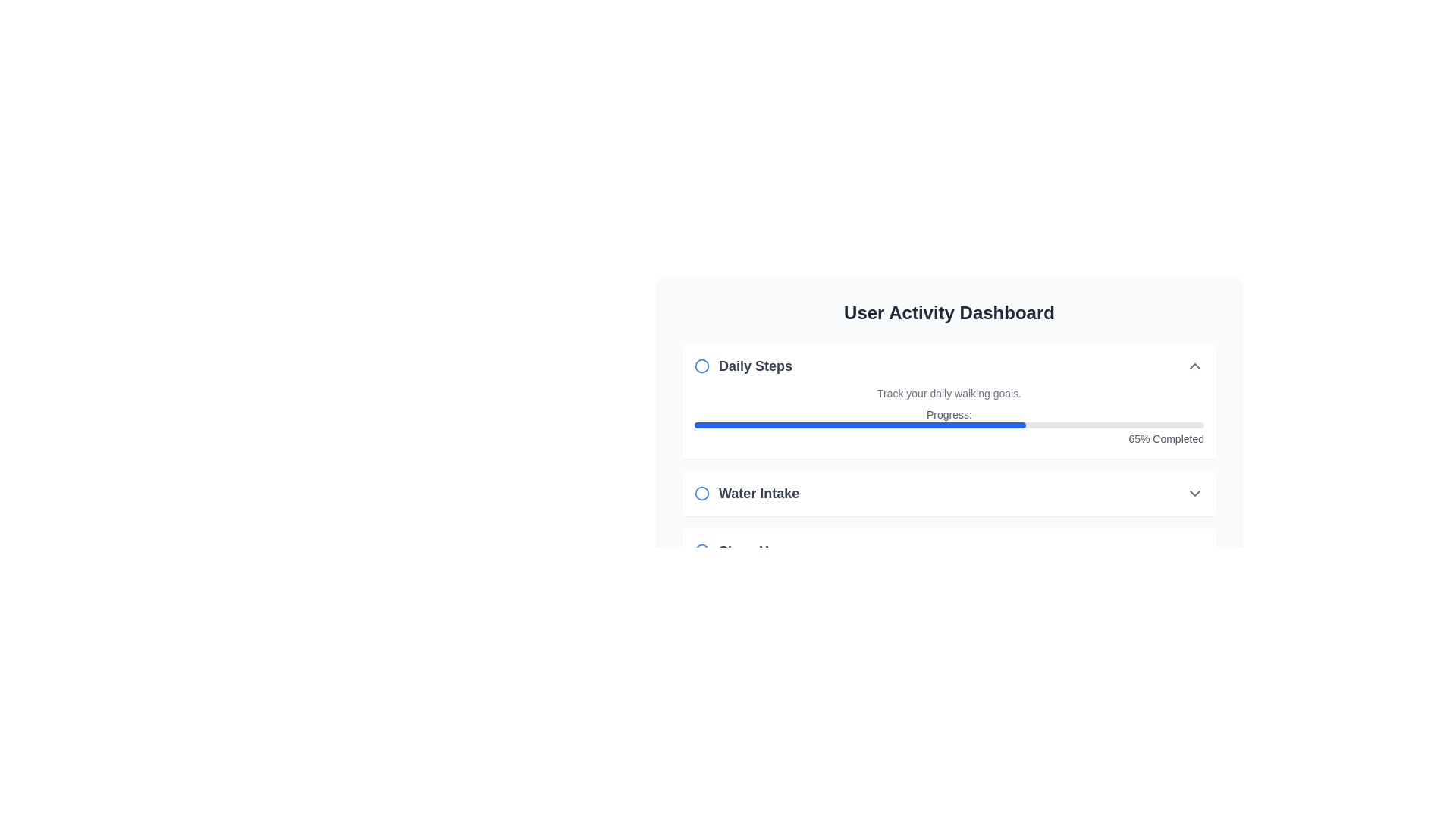 The image size is (1456, 819). What do you see at coordinates (758, 551) in the screenshot?
I see `the text label indicating 'Sleep Hours', which serves as a descriptor for the following content and is positioned to the right of a small circular icon with a blue border` at bounding box center [758, 551].